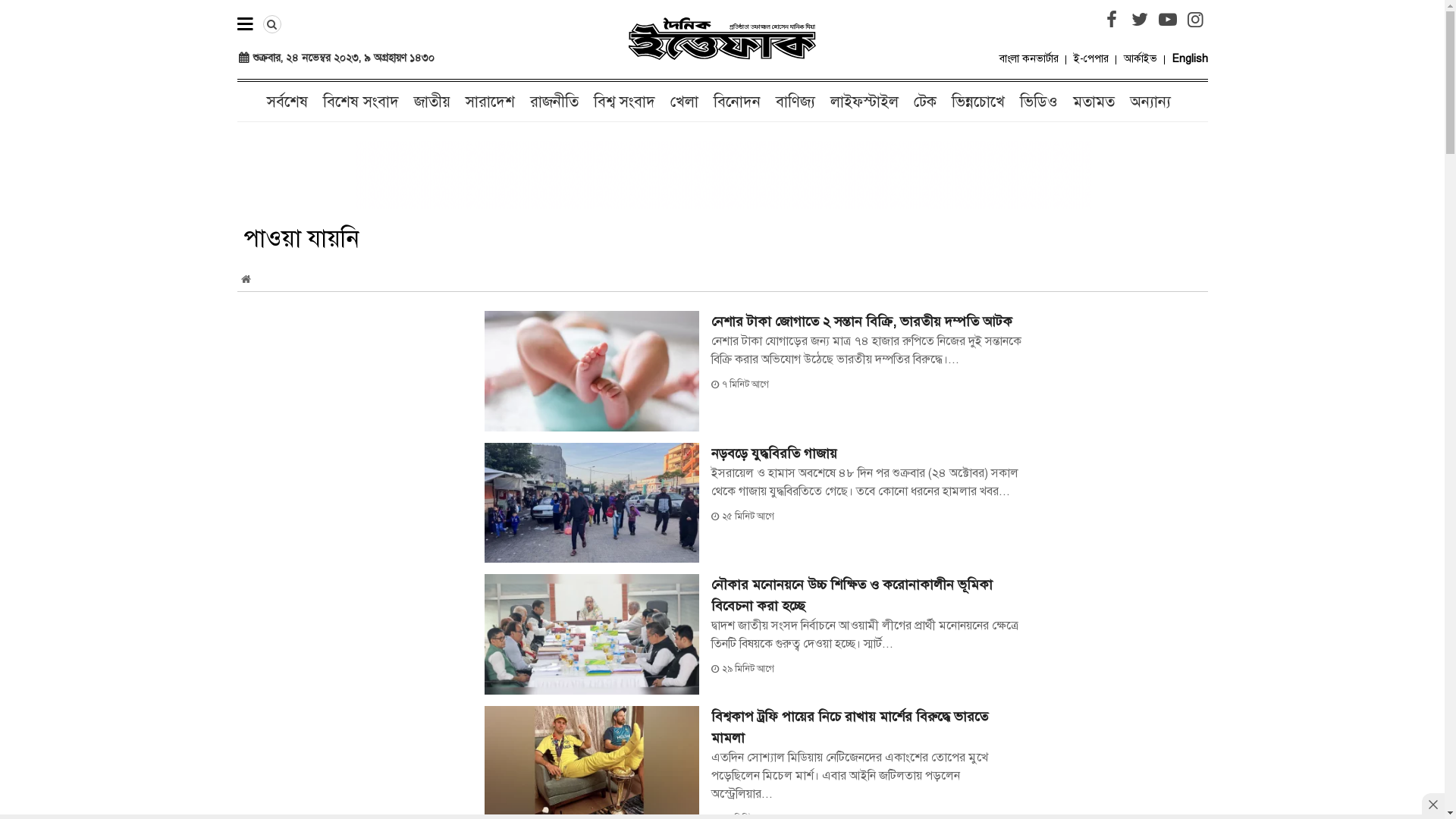  I want to click on 'YouTube', so click(1167, 20).